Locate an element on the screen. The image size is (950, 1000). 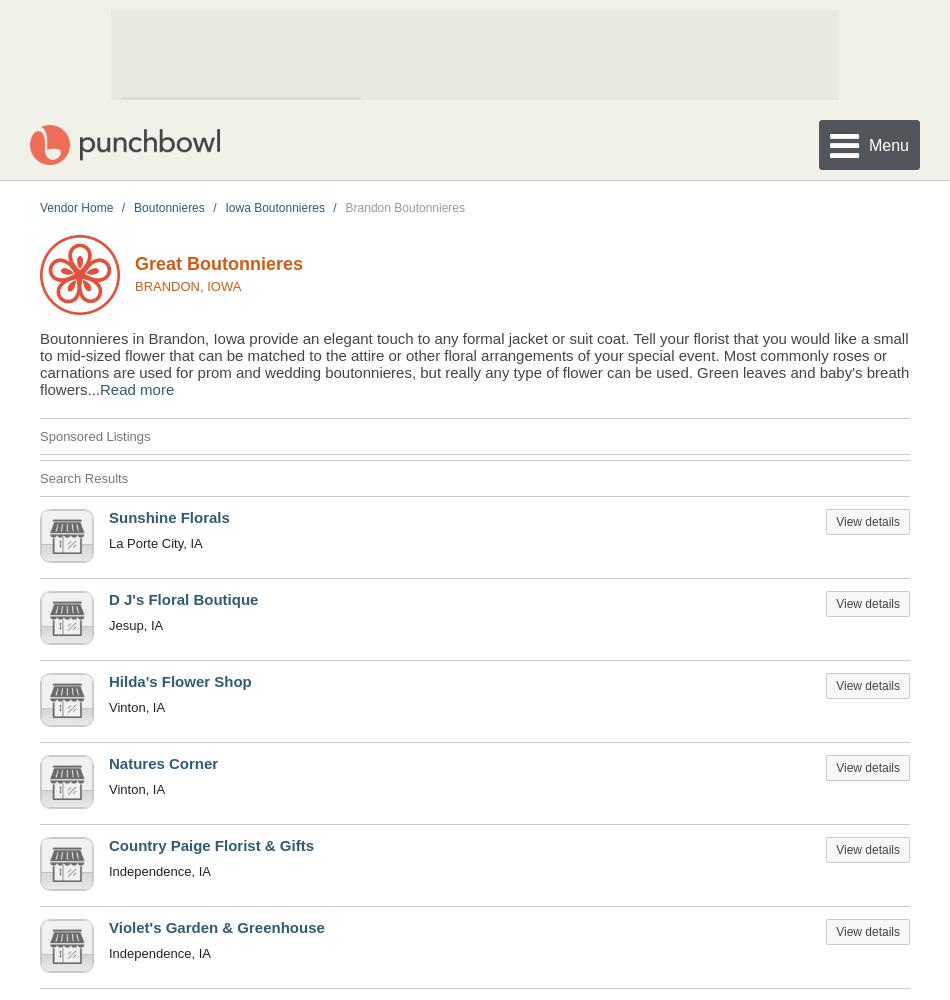
'Boutonnieres' is located at coordinates (169, 206).